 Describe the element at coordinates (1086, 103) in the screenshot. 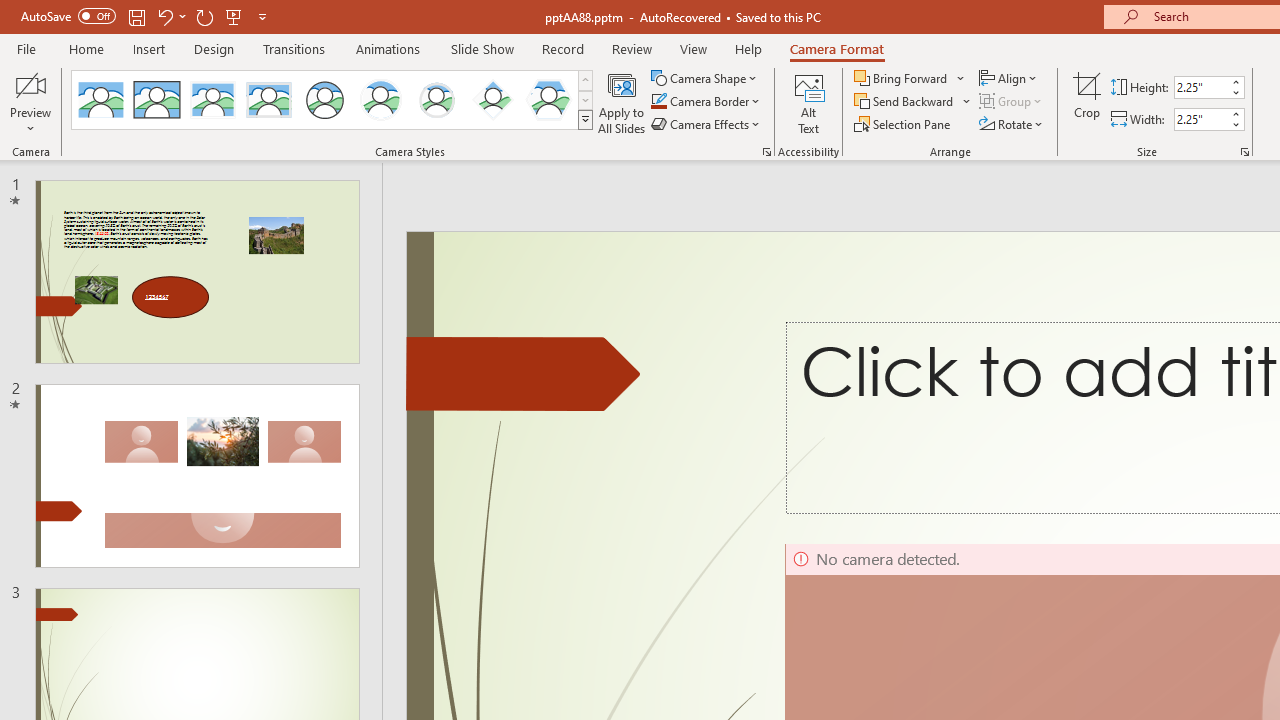

I see `'Crop'` at that location.